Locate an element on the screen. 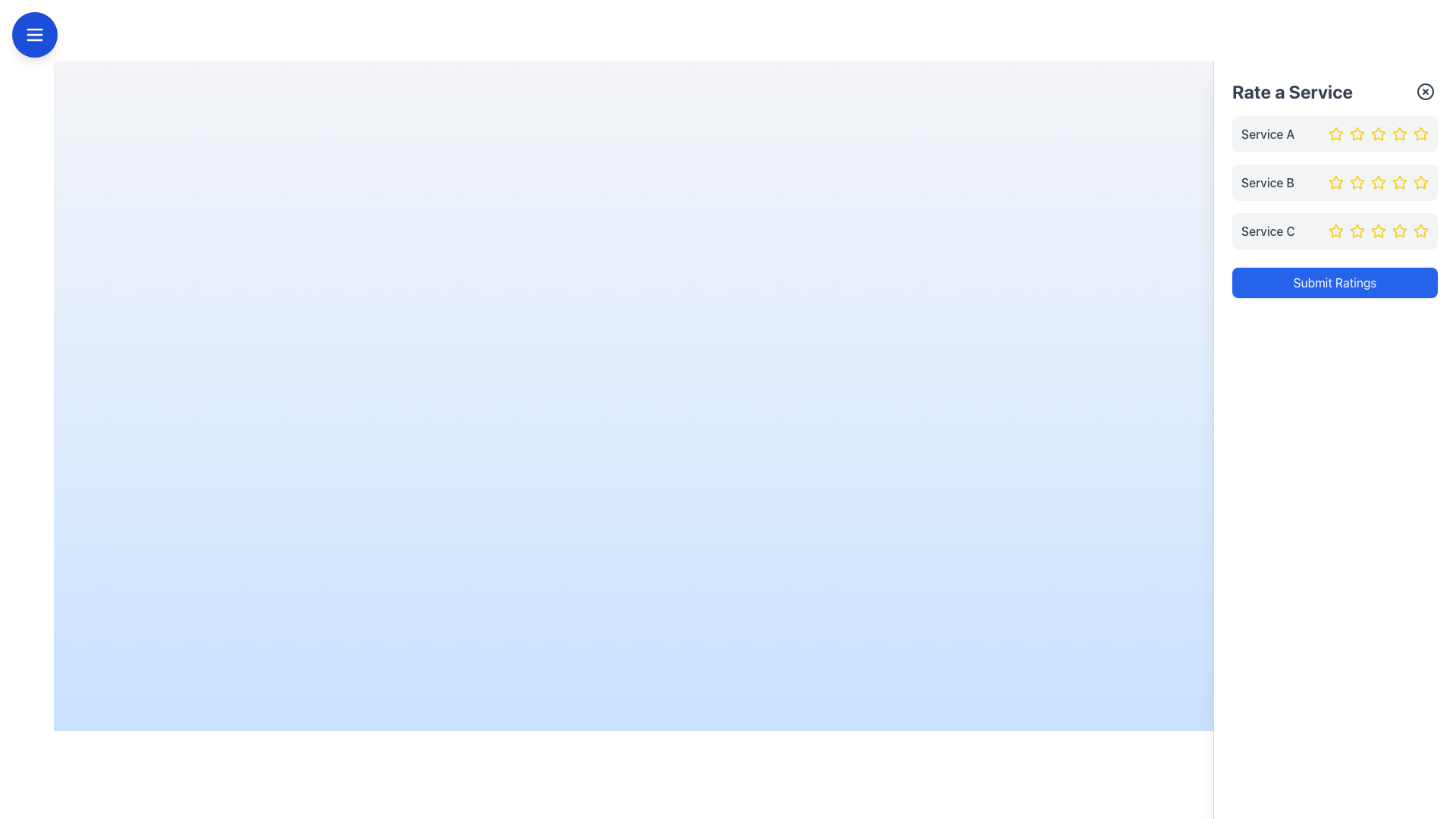 The width and height of the screenshot is (1456, 819). the third yellow star icon in the rating system under 'Service B' in the 'Rate a Service' section is located at coordinates (1335, 181).